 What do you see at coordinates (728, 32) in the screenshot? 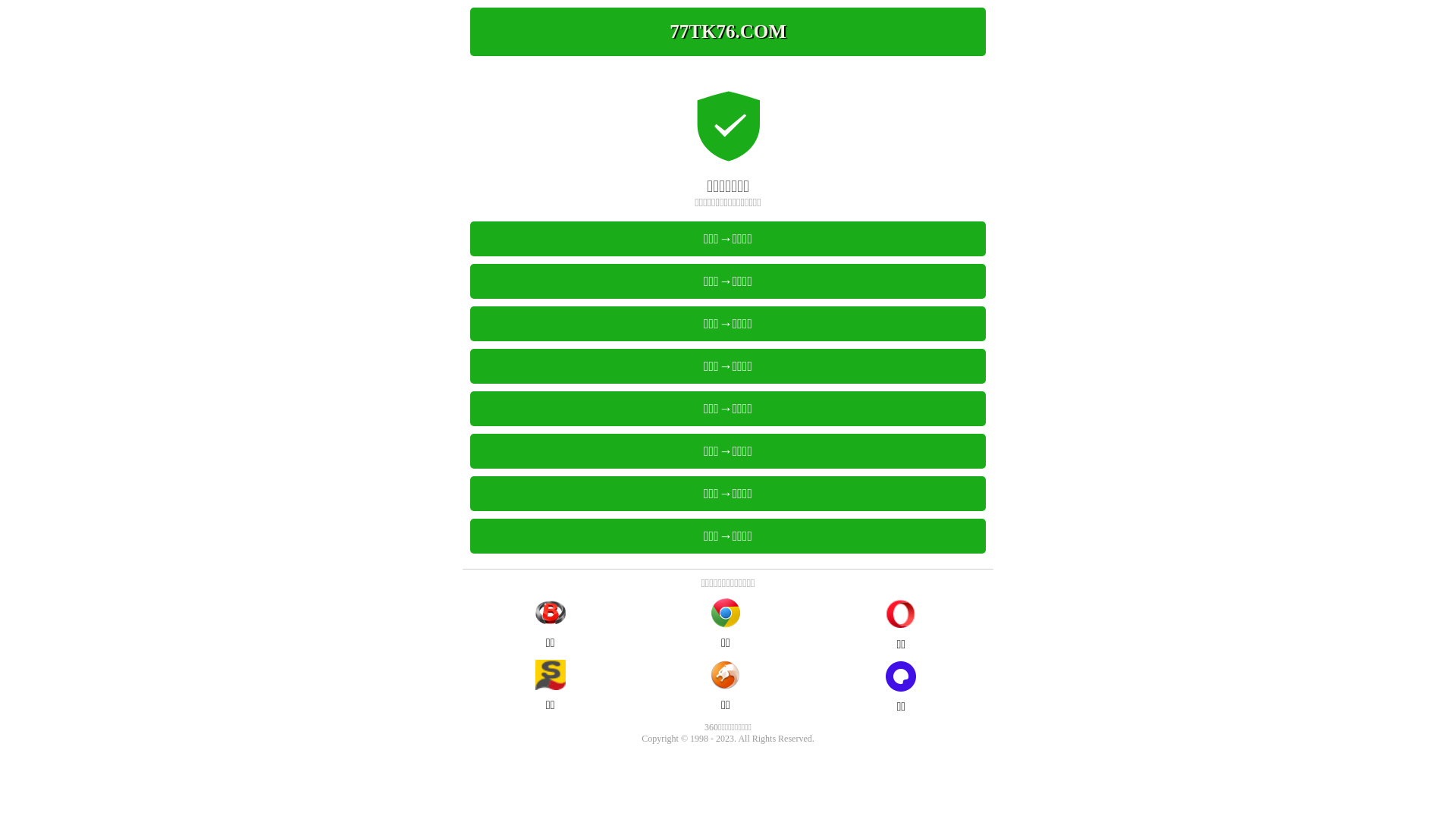
I see `'77TK75.COM'` at bounding box center [728, 32].